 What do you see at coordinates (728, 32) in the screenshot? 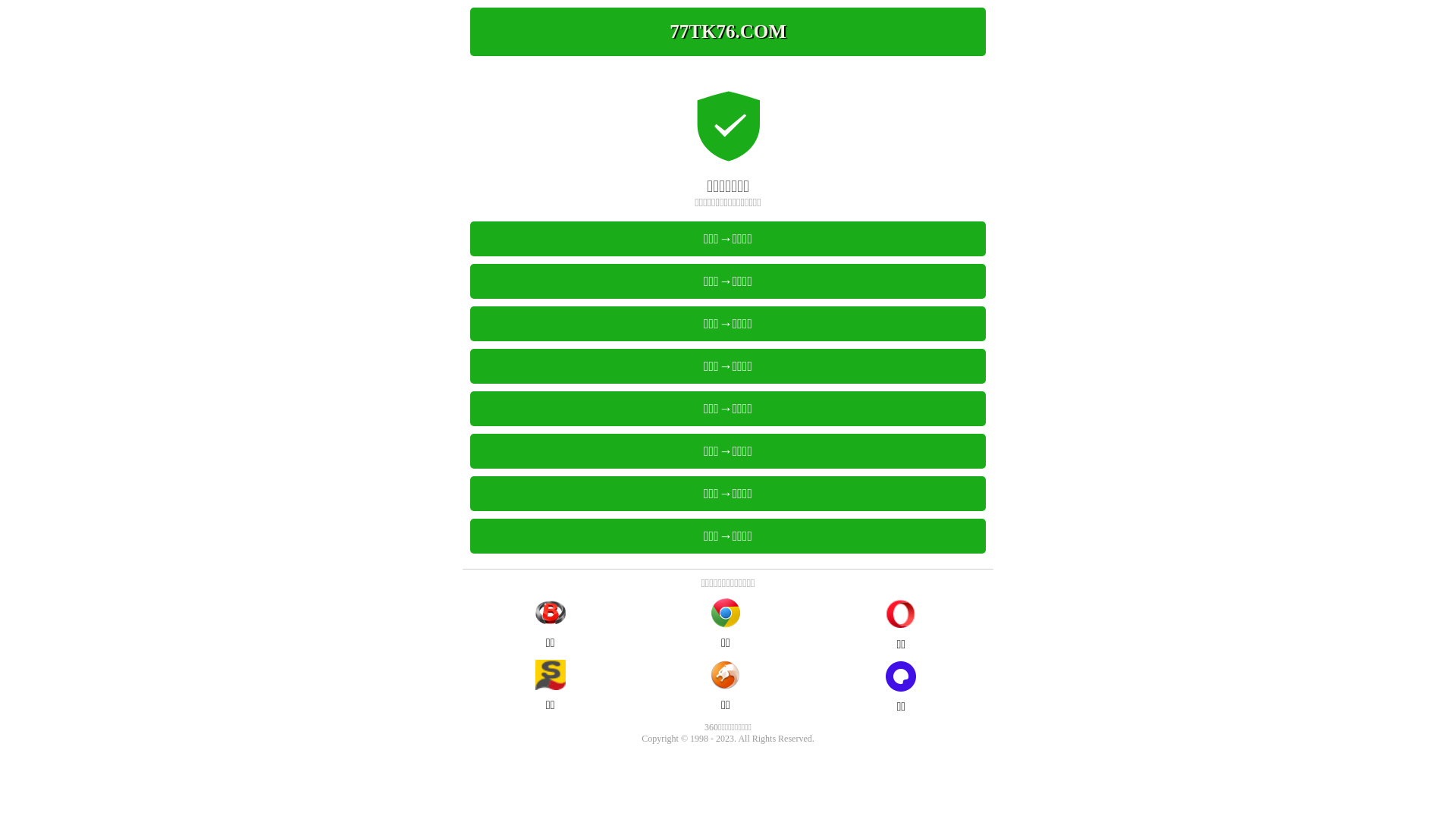
I see `'77TK75.COM'` at bounding box center [728, 32].